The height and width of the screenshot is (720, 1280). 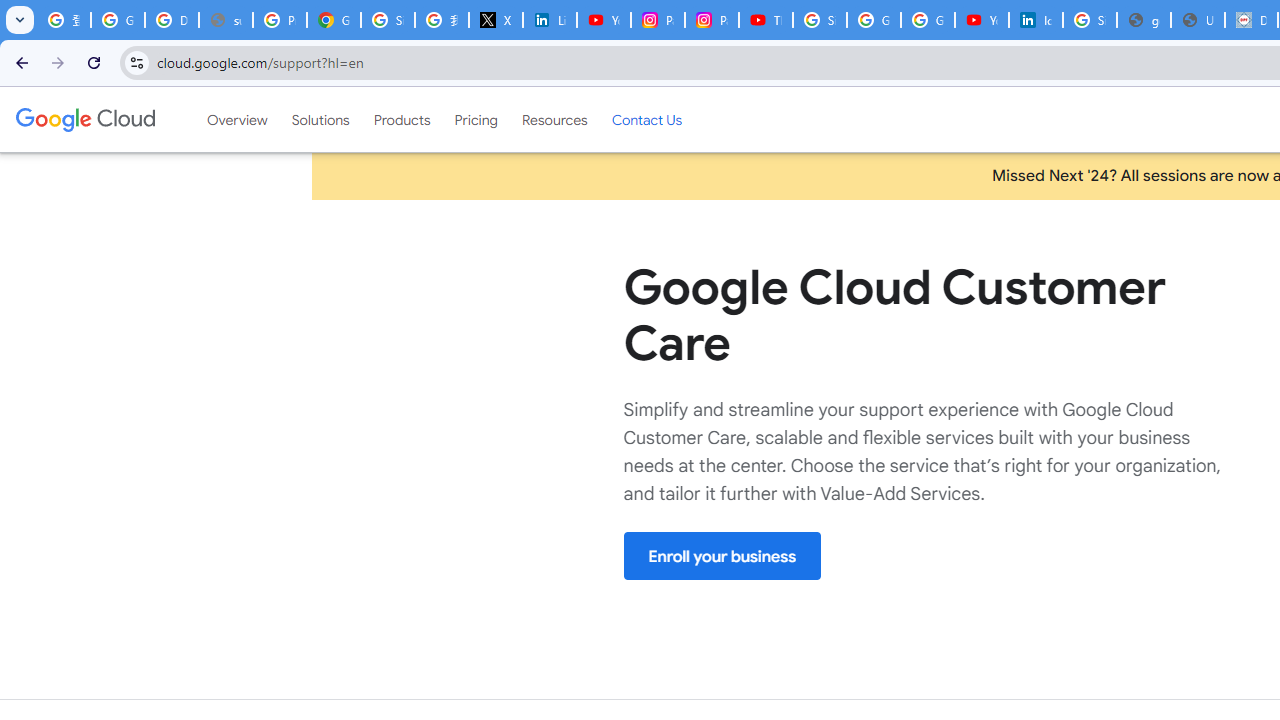 What do you see at coordinates (1198, 20) in the screenshot?
I see `'User Details'` at bounding box center [1198, 20].